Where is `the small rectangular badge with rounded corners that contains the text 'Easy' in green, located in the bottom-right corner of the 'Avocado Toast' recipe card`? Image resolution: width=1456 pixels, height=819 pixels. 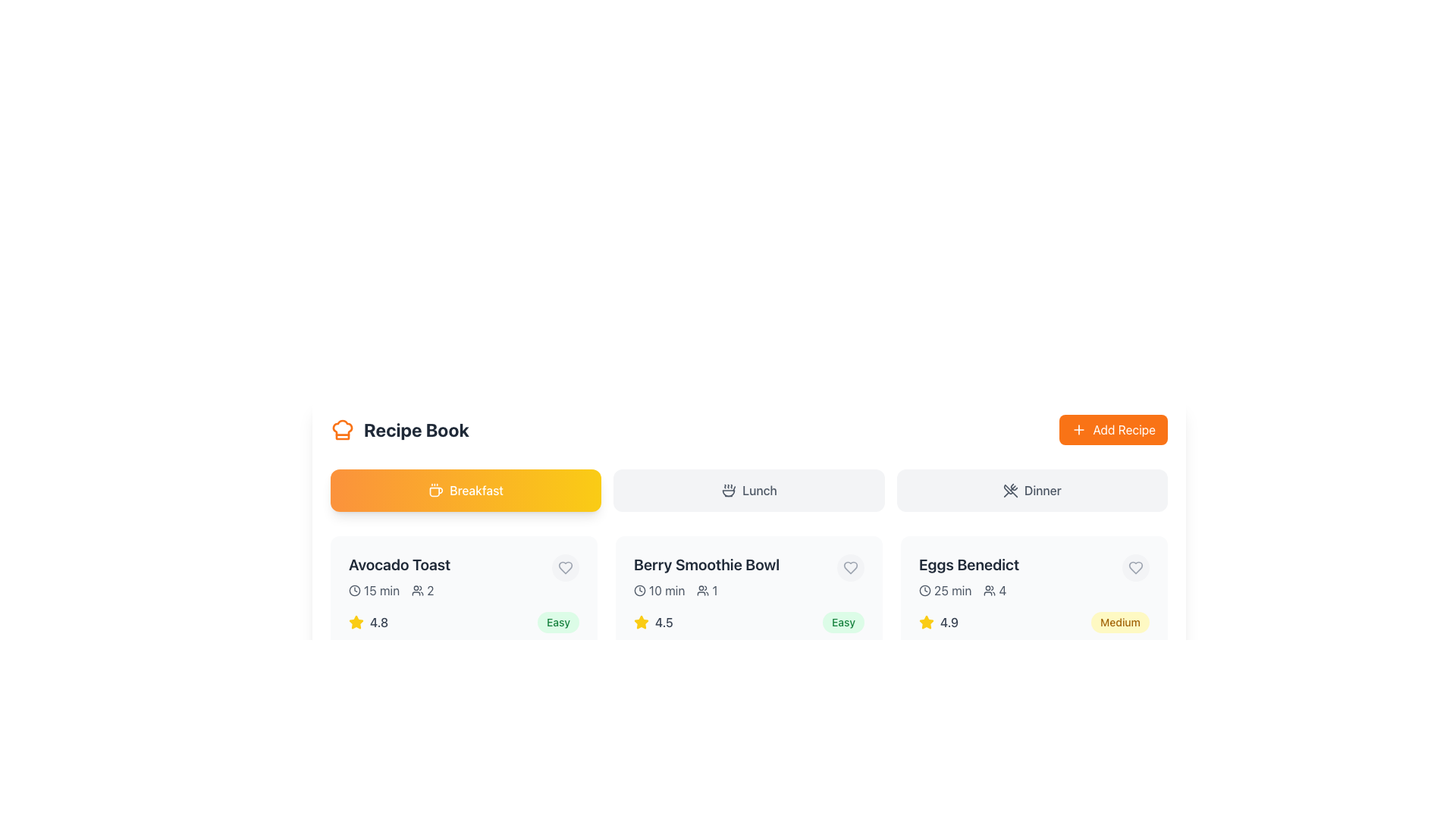 the small rectangular badge with rounded corners that contains the text 'Easy' in green, located in the bottom-right corner of the 'Avocado Toast' recipe card is located at coordinates (557, 623).